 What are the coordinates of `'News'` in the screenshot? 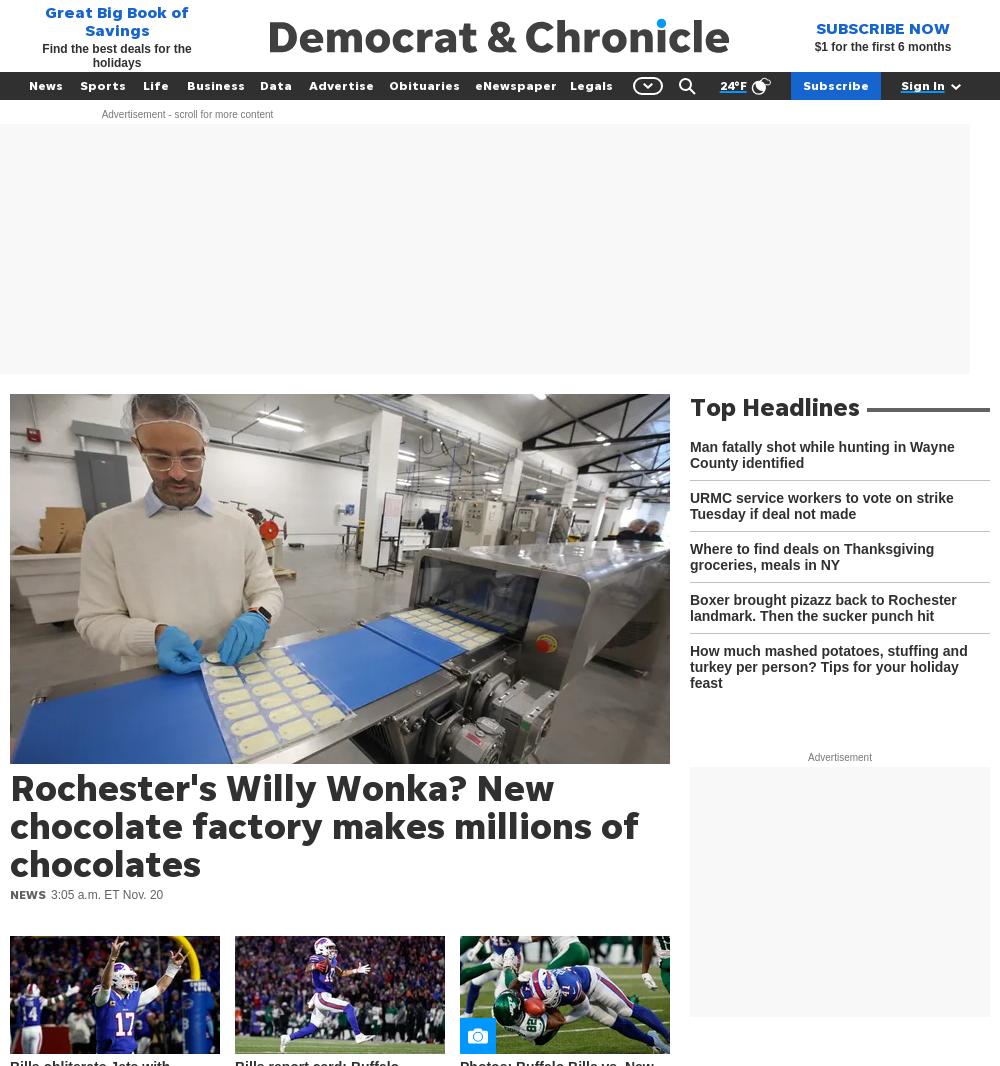 It's located at (46, 84).